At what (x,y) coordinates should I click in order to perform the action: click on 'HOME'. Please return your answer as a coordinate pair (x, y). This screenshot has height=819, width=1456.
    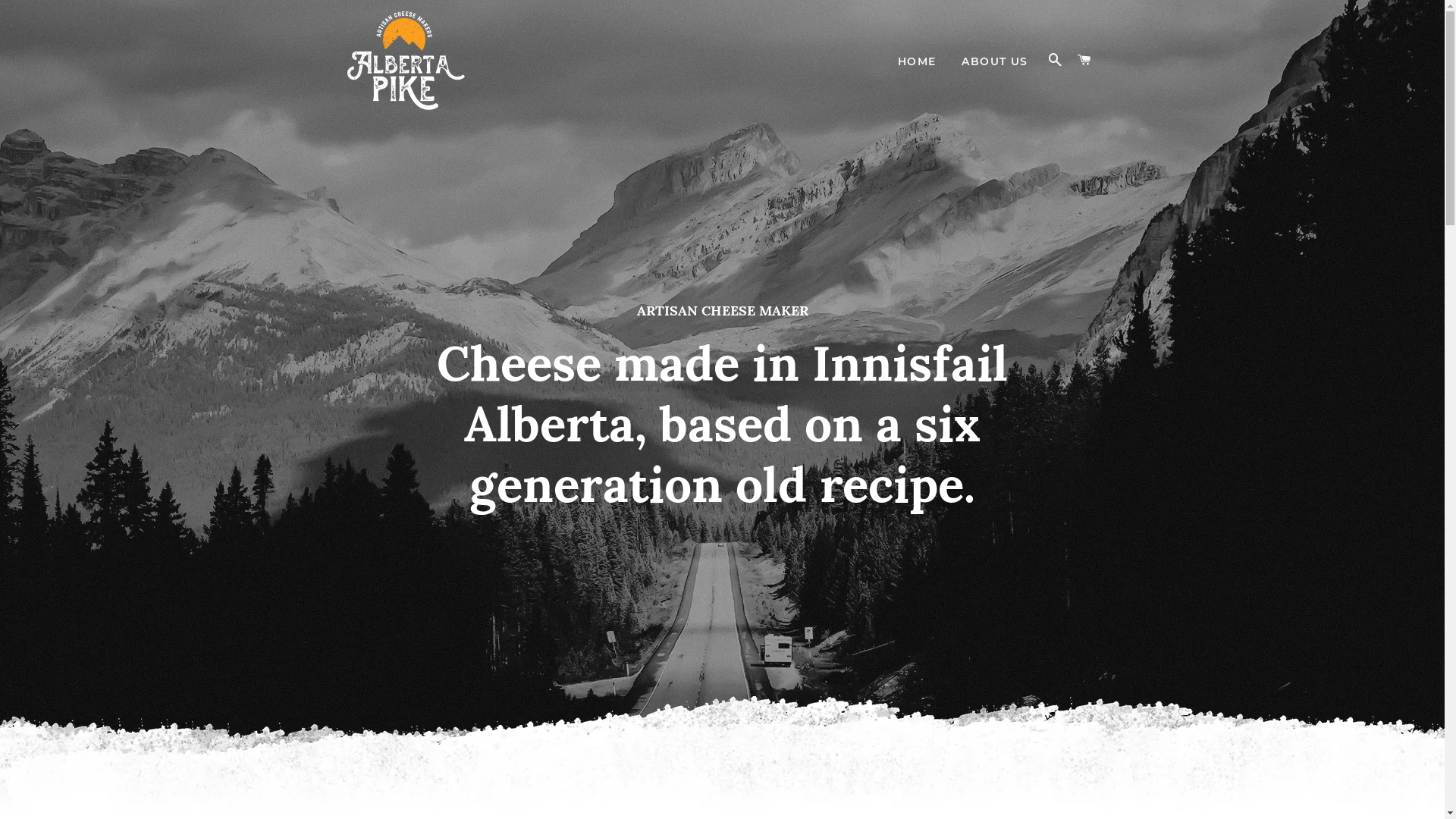
    Looking at the image, I should click on (916, 61).